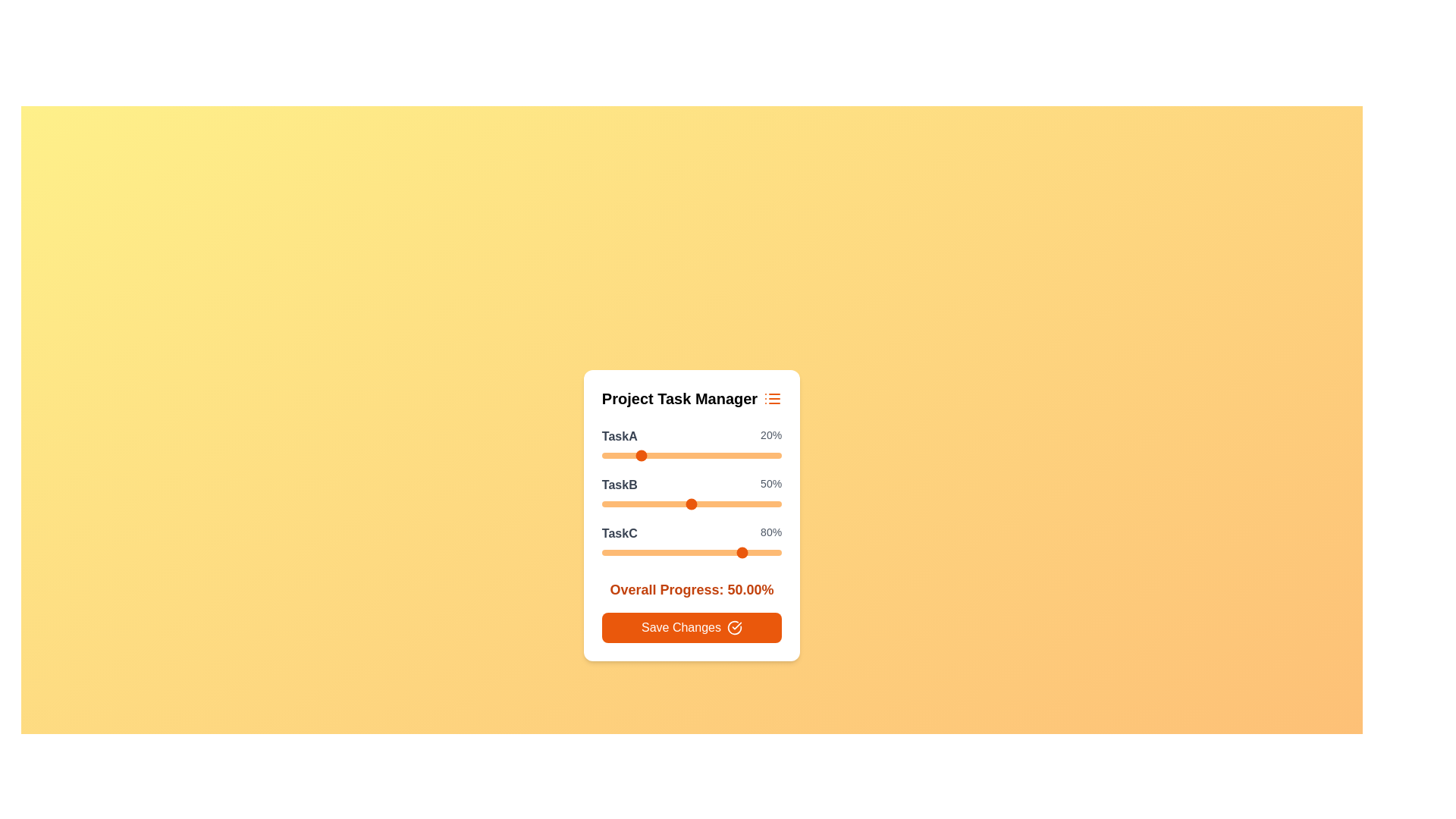 The image size is (1456, 819). I want to click on the TaskA slider to 30%, so click(655, 455).